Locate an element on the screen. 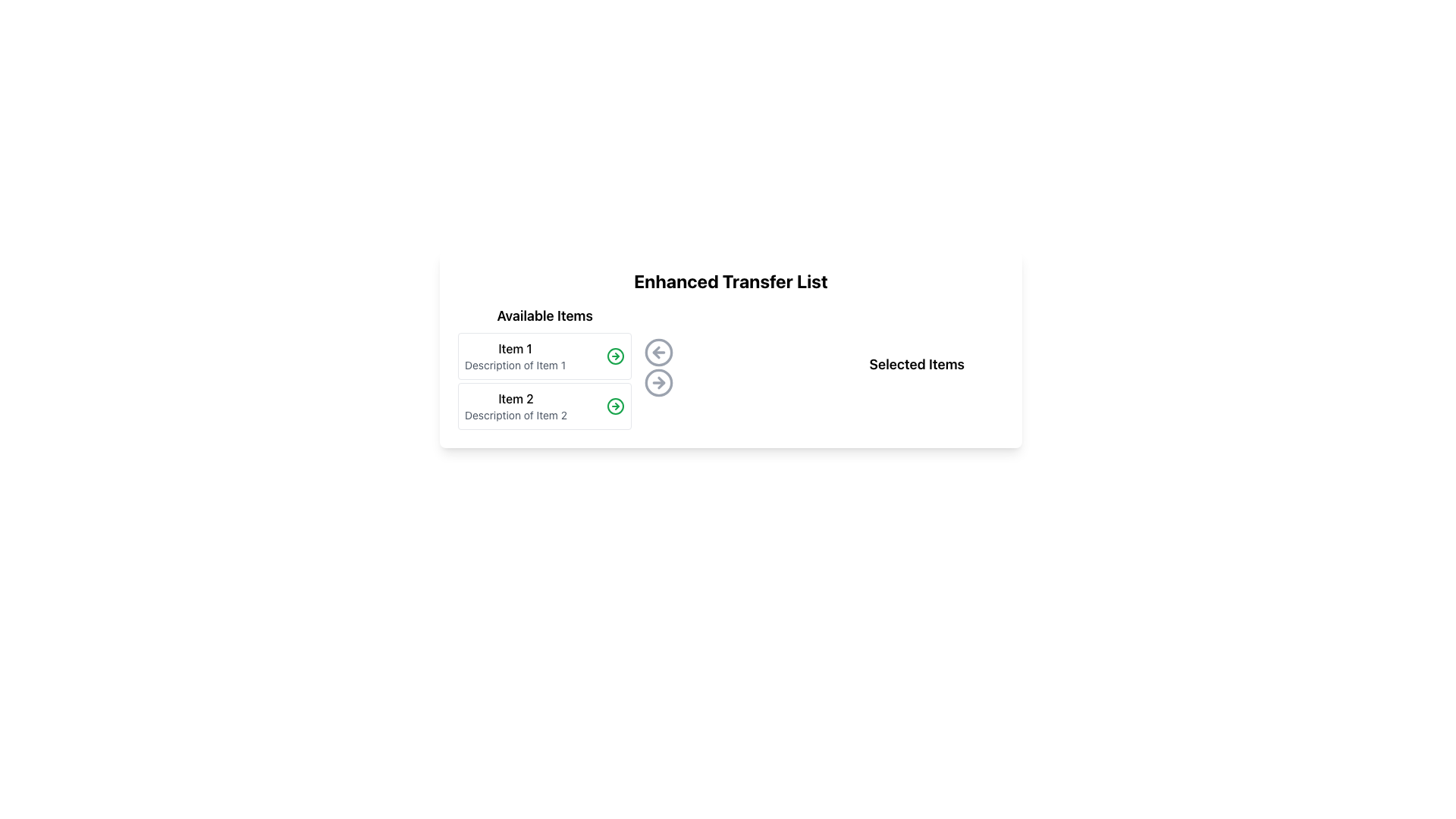 The image size is (1456, 819). the Textual Display Block containing the bolded title 'Item 2' and the grayed-out description 'Description of Item 2', which is the second item in the 'Available Items' section is located at coordinates (516, 406).